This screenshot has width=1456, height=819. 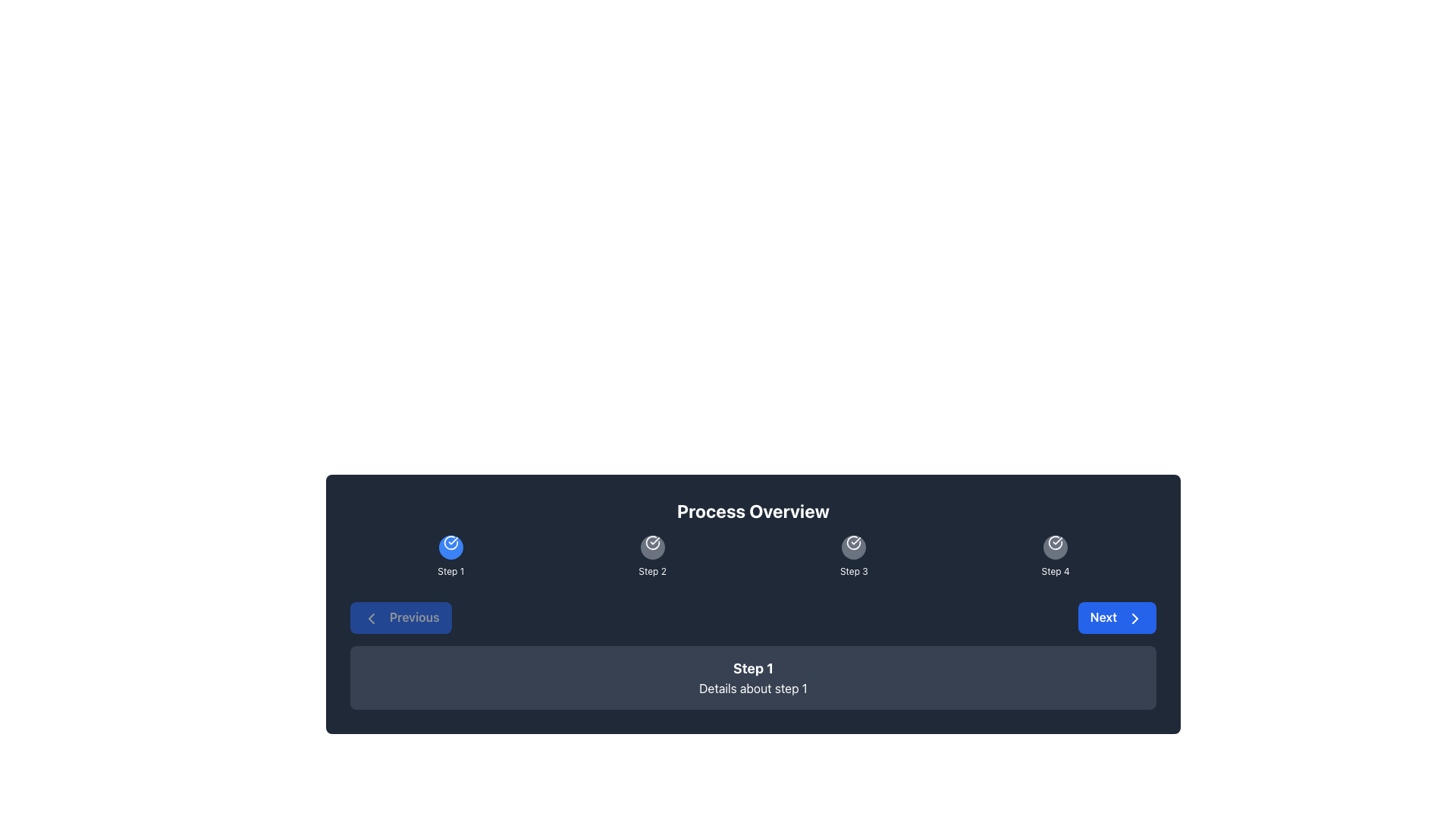 I want to click on the circular Status Indicator with a gray background and white checkmark, indicating a completed step in the Step 2 section of the horizontal progression bar, so click(x=652, y=547).